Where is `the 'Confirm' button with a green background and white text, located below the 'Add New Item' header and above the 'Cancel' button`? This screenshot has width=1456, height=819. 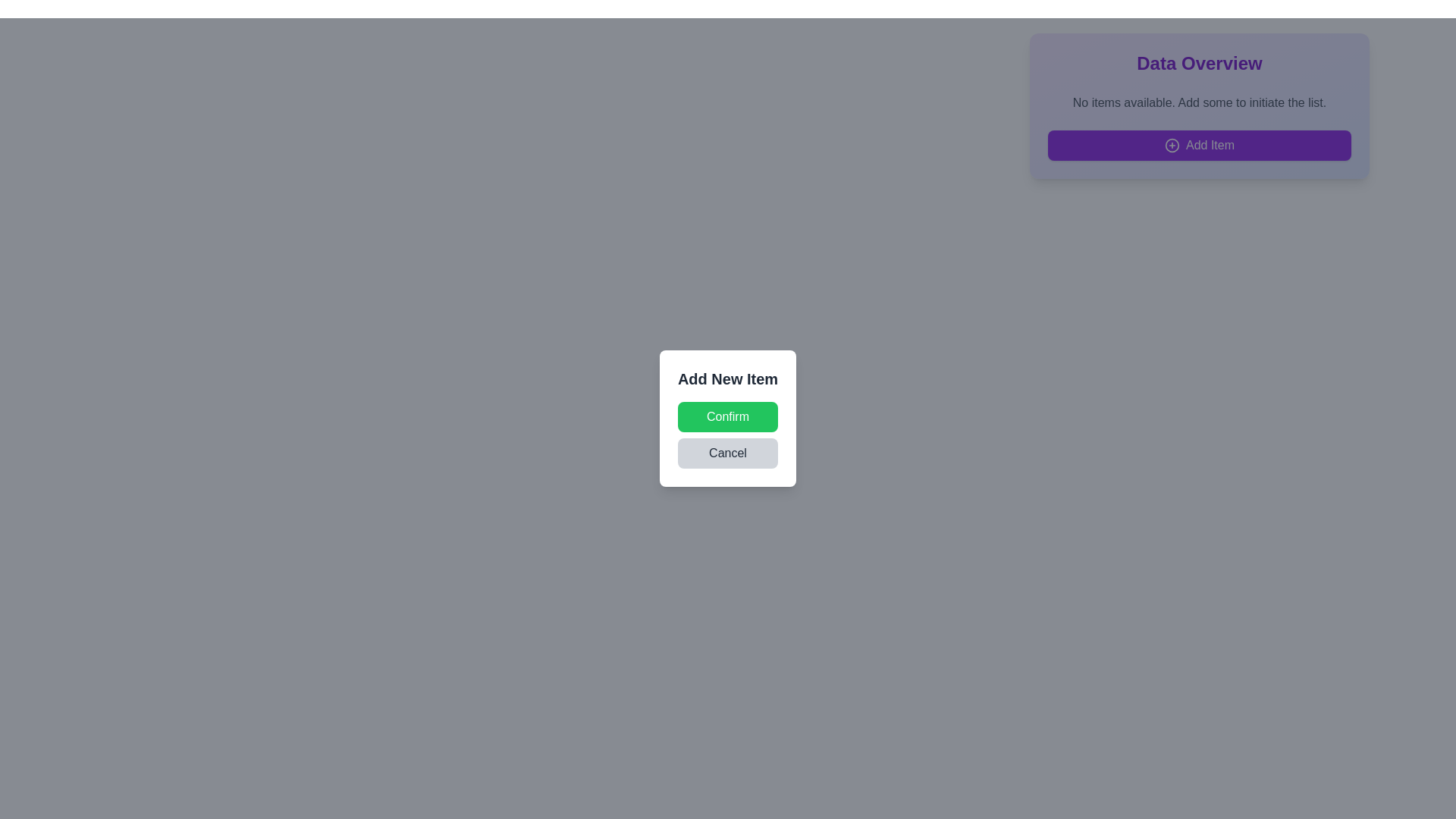 the 'Confirm' button with a green background and white text, located below the 'Add New Item' header and above the 'Cancel' button is located at coordinates (728, 417).